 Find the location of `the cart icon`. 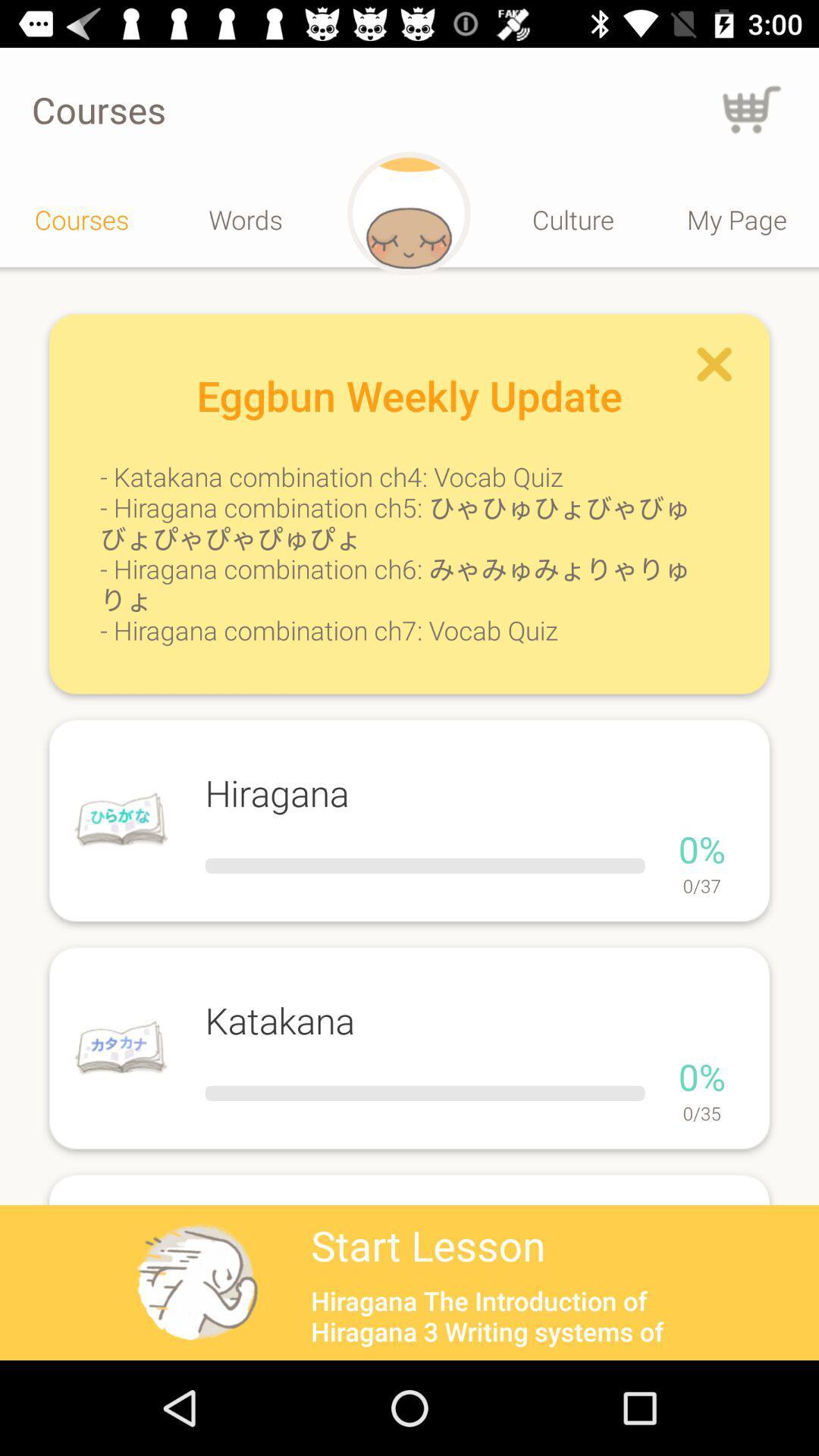

the cart icon is located at coordinates (752, 108).